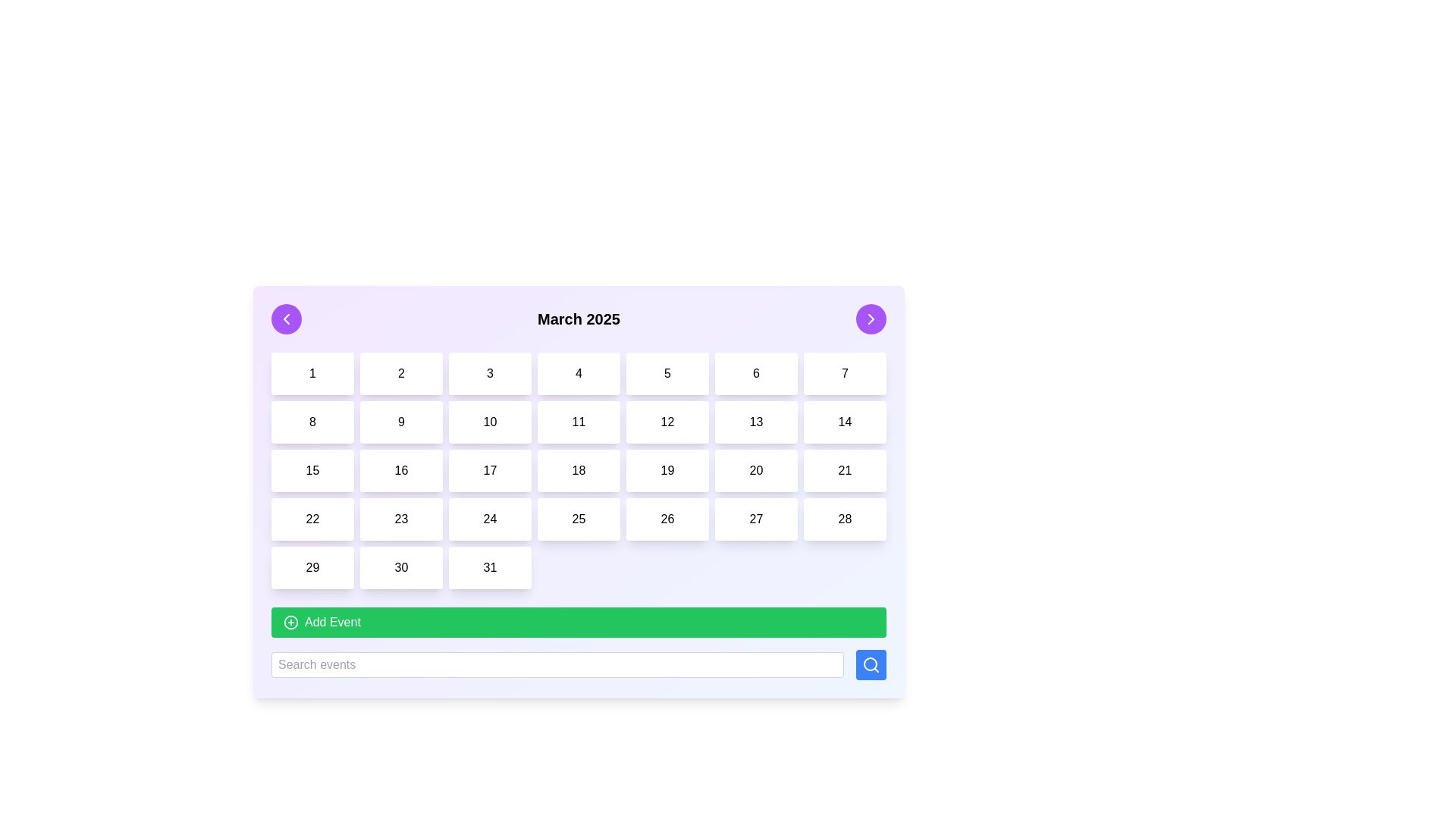 This screenshot has height=819, width=1456. What do you see at coordinates (578, 519) in the screenshot?
I see `the static content block displaying the number '25' in bold black font, which is part of a grid layout in the fourth row and fourth column, surrounded by other numerical values` at bounding box center [578, 519].